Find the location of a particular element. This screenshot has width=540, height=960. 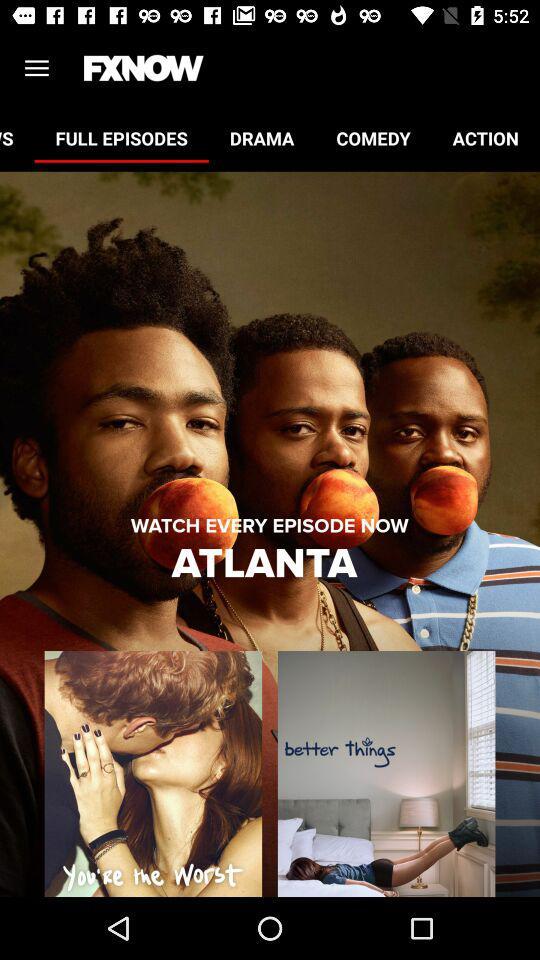

the item next to the comedy is located at coordinates (262, 137).